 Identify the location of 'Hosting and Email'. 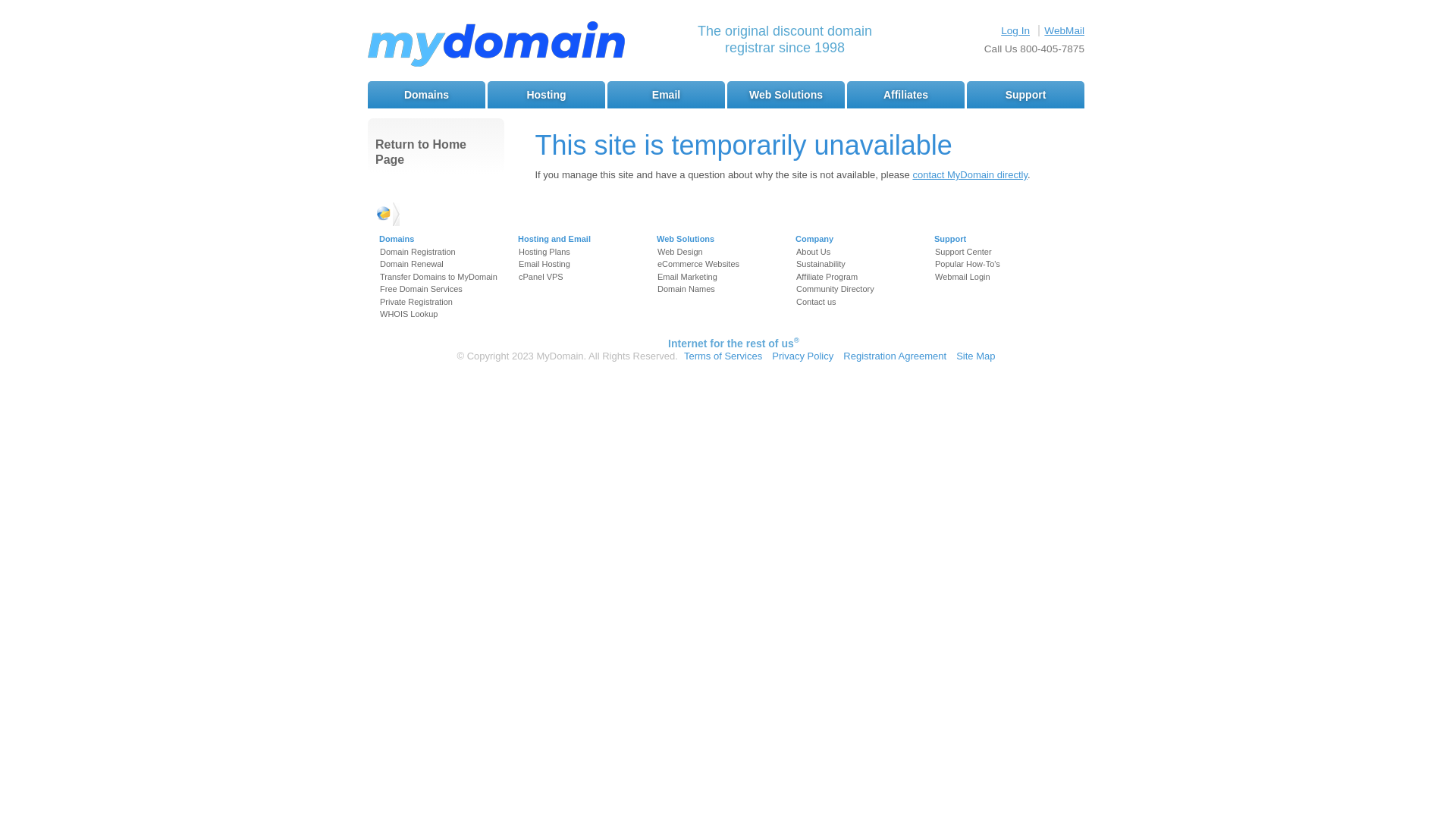
(553, 239).